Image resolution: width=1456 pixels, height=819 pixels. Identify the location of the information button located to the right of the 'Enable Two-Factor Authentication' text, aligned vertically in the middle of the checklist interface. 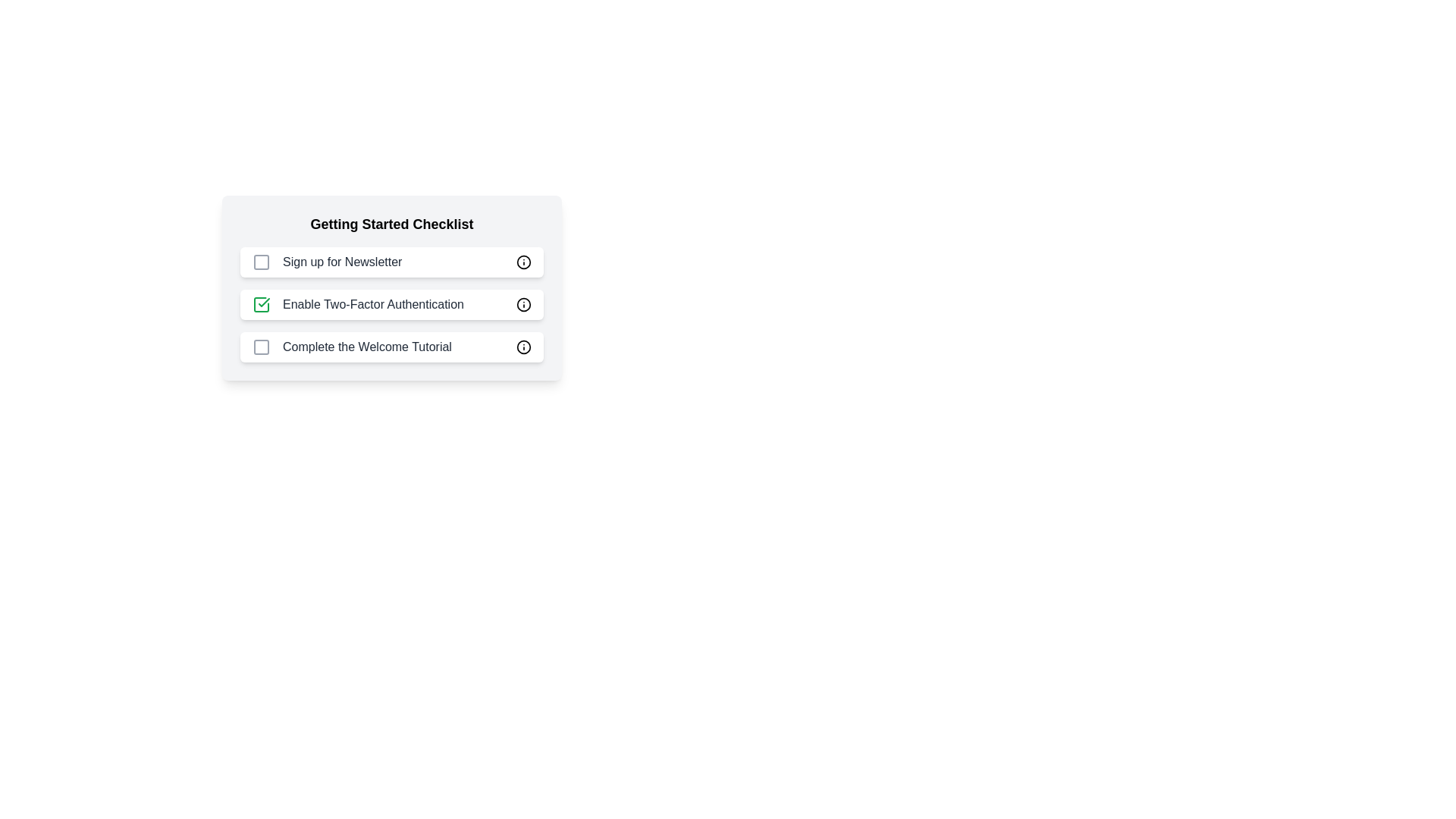
(524, 304).